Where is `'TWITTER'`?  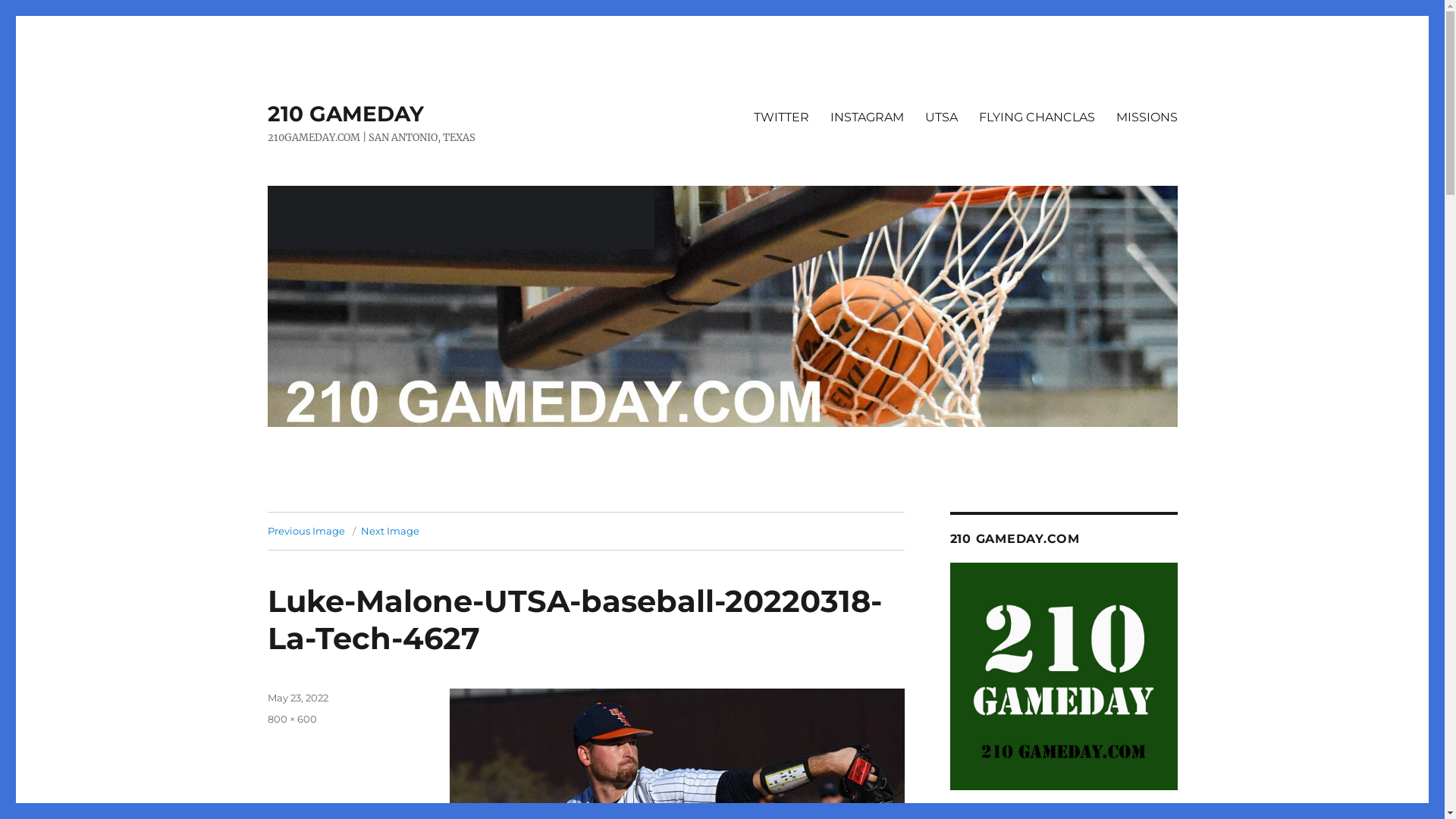 'TWITTER' is located at coordinates (781, 116).